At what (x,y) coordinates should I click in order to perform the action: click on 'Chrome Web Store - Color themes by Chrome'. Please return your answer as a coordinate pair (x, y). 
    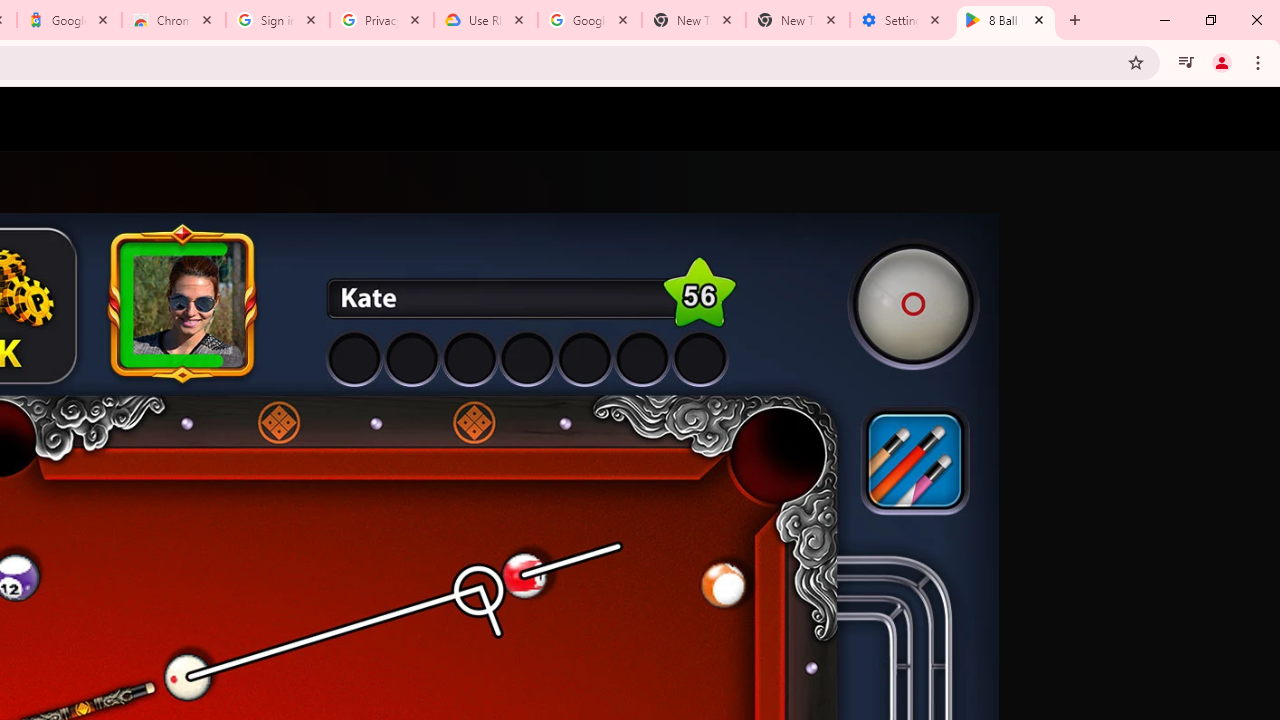
    Looking at the image, I should click on (174, 20).